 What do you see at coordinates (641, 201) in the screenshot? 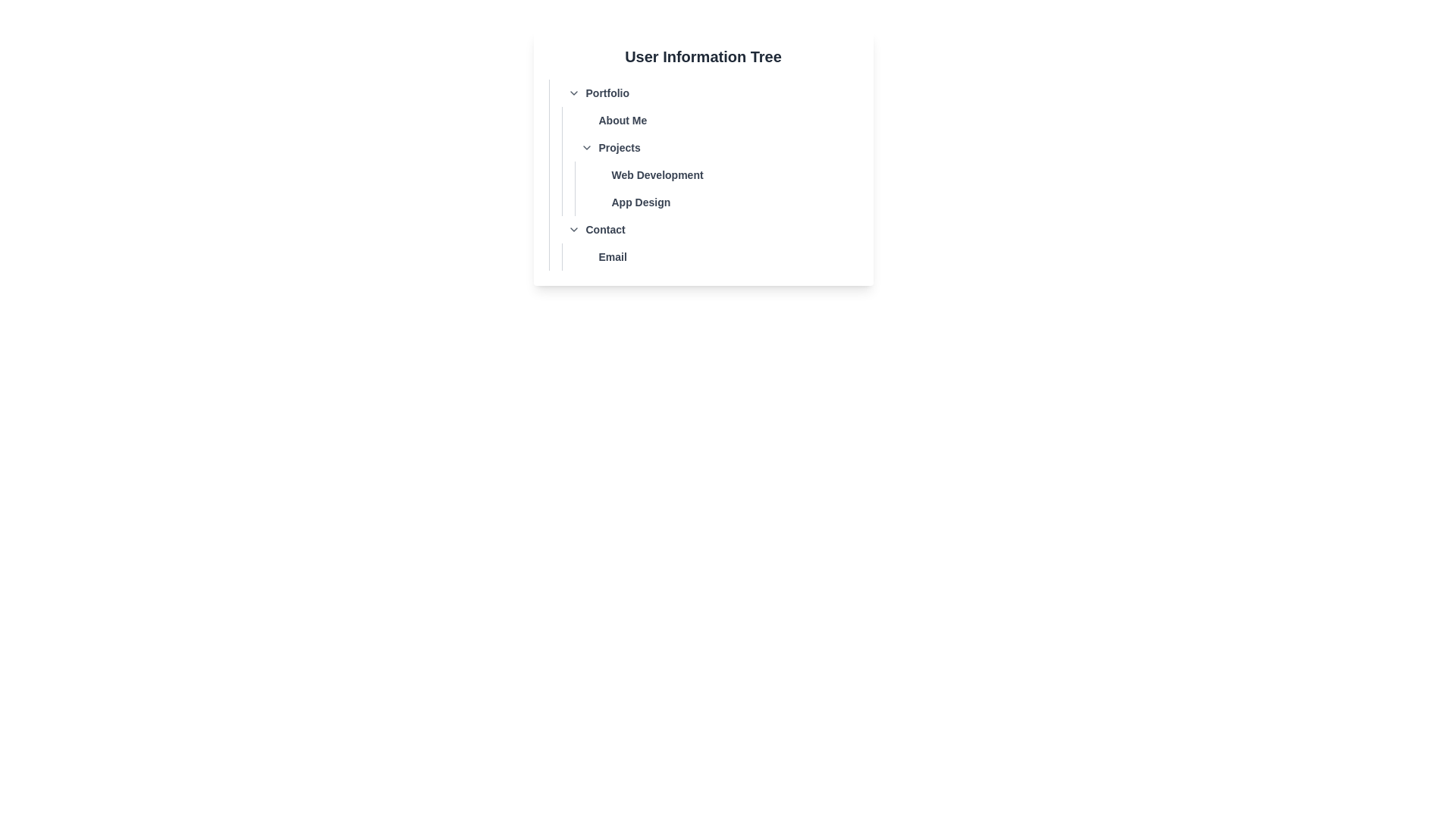
I see `the 'App Design' text label, which is styled with a bold font weight and small font size, colored in gray, located under the 'Projects' section adjacent to 'Web Development'` at bounding box center [641, 201].